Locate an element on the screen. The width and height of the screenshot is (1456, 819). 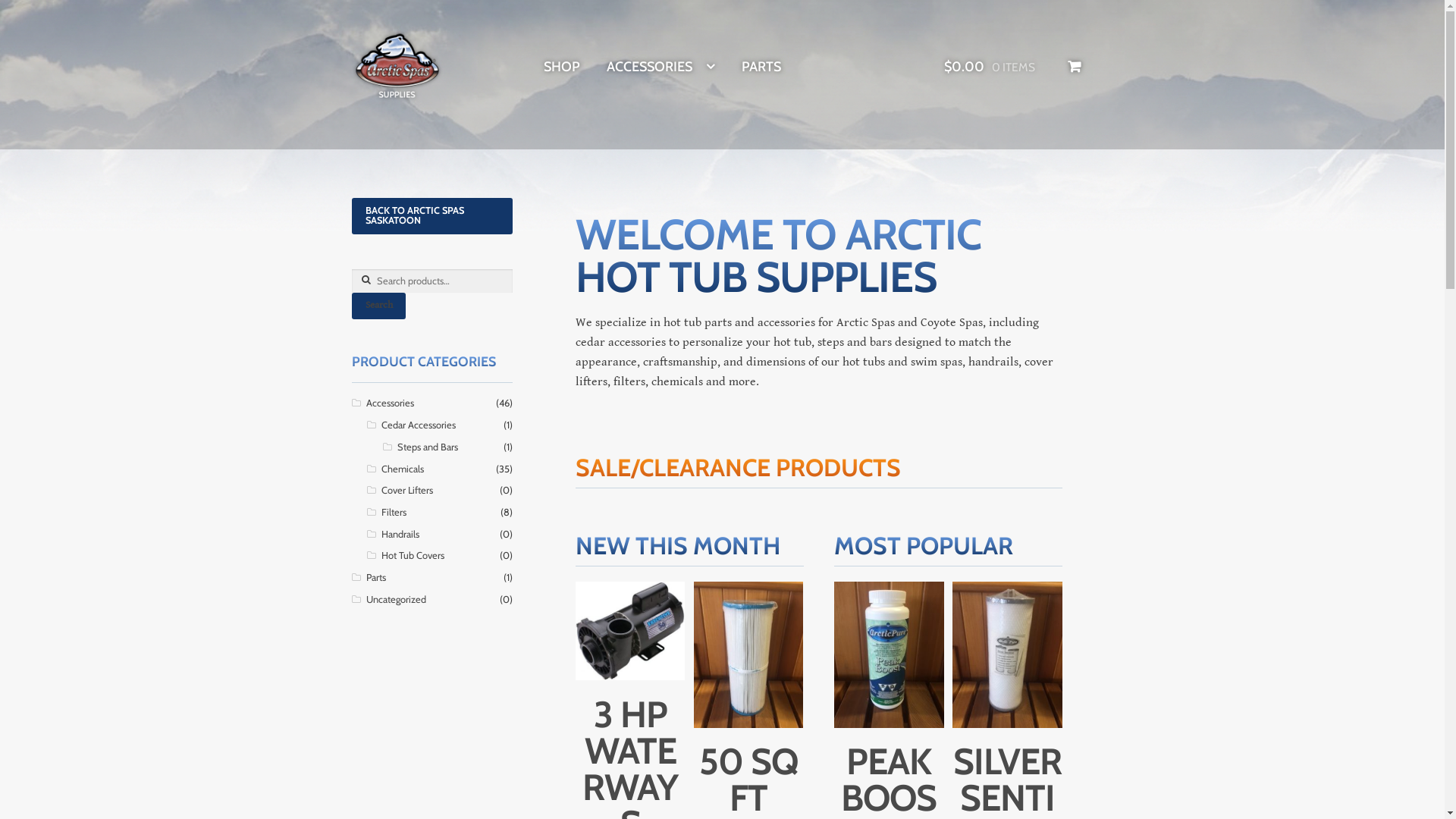
'Chemicals' is located at coordinates (403, 468).